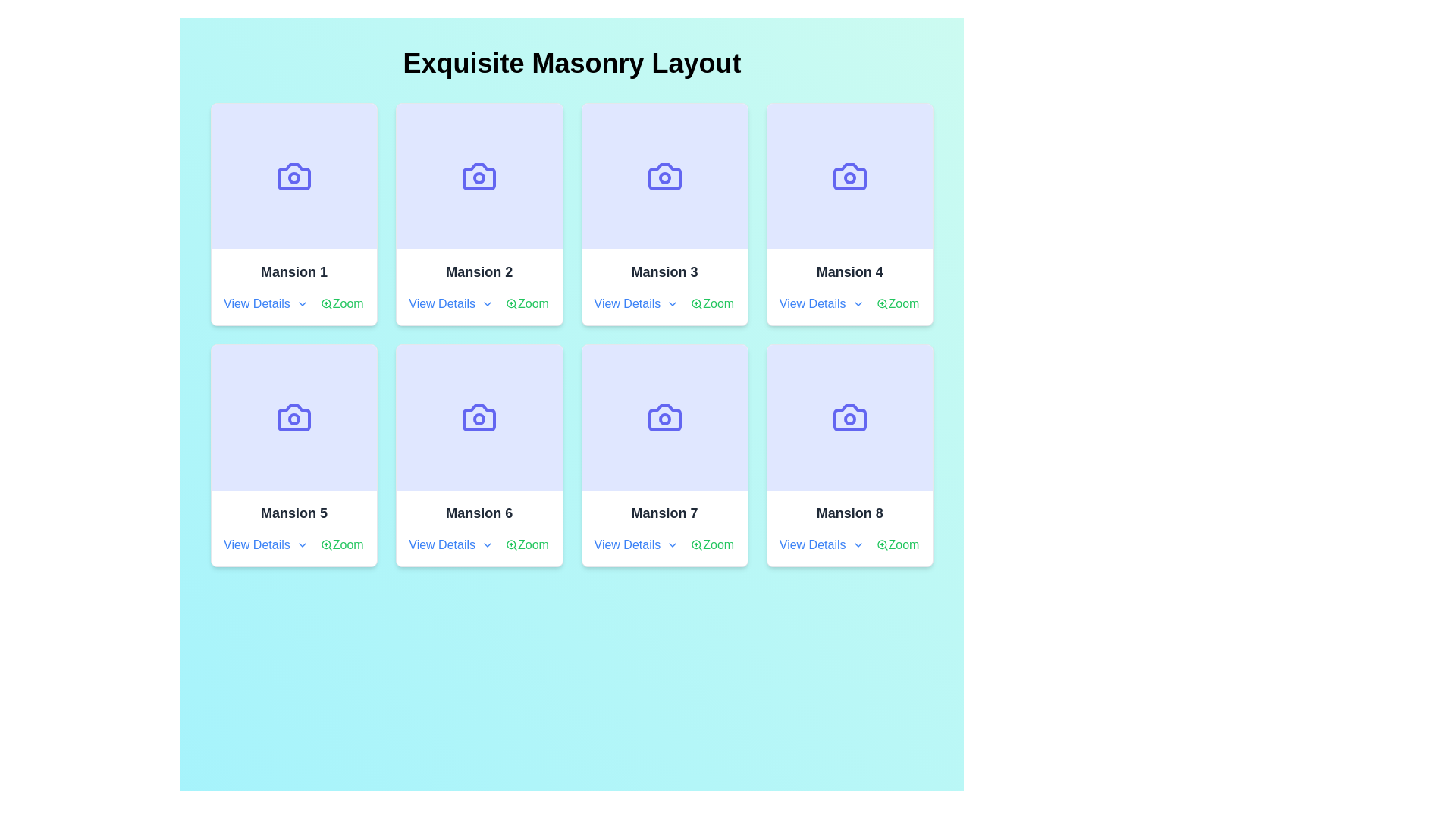 The image size is (1456, 819). Describe the element at coordinates (849, 419) in the screenshot. I see `the central circle in the camera icon of the 'Mansion 8' card located in the bottom-right corner of the grid layout` at that location.